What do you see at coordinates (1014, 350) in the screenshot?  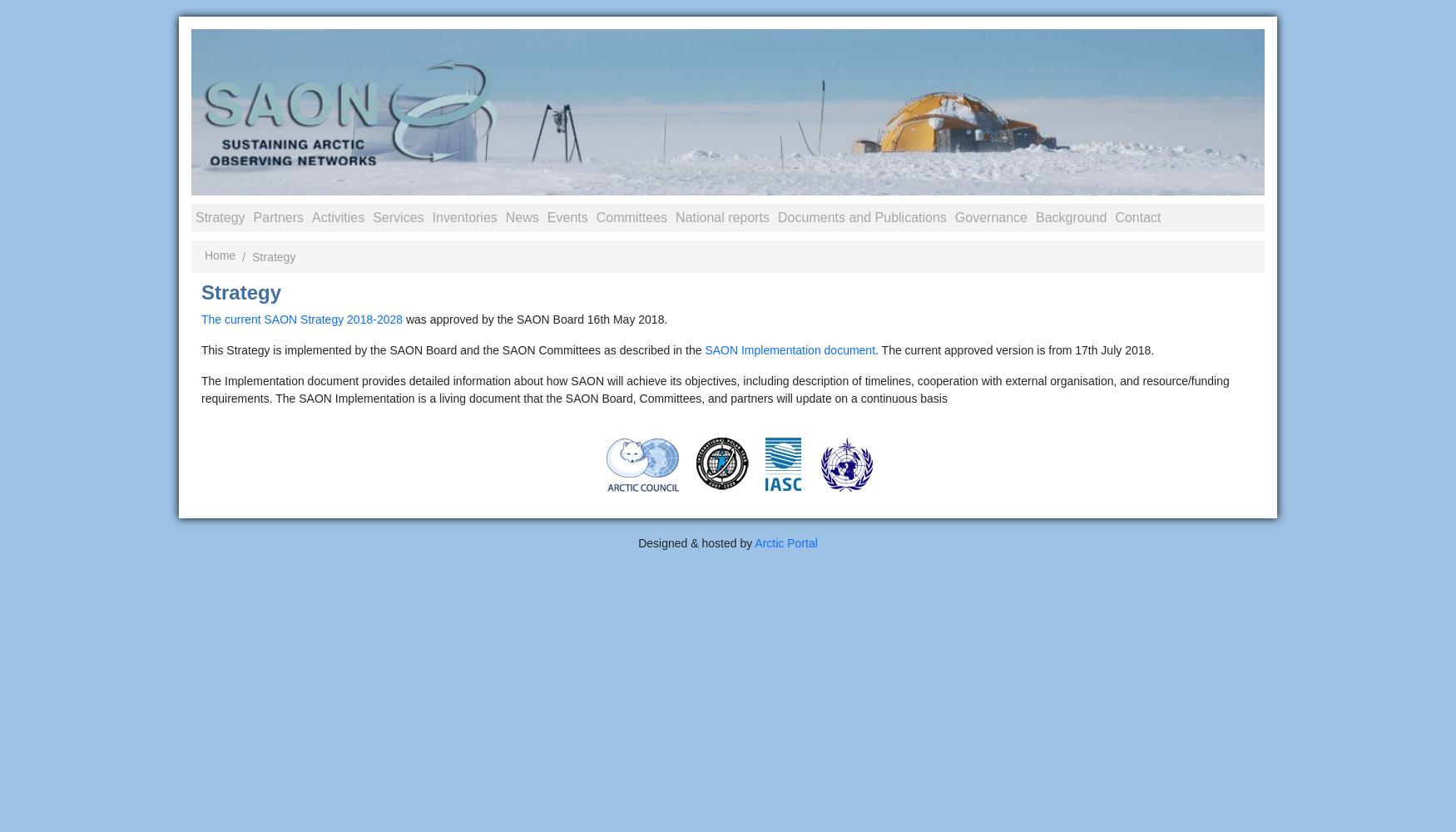 I see `'. The current approved version is from 17th July 2018.'` at bounding box center [1014, 350].